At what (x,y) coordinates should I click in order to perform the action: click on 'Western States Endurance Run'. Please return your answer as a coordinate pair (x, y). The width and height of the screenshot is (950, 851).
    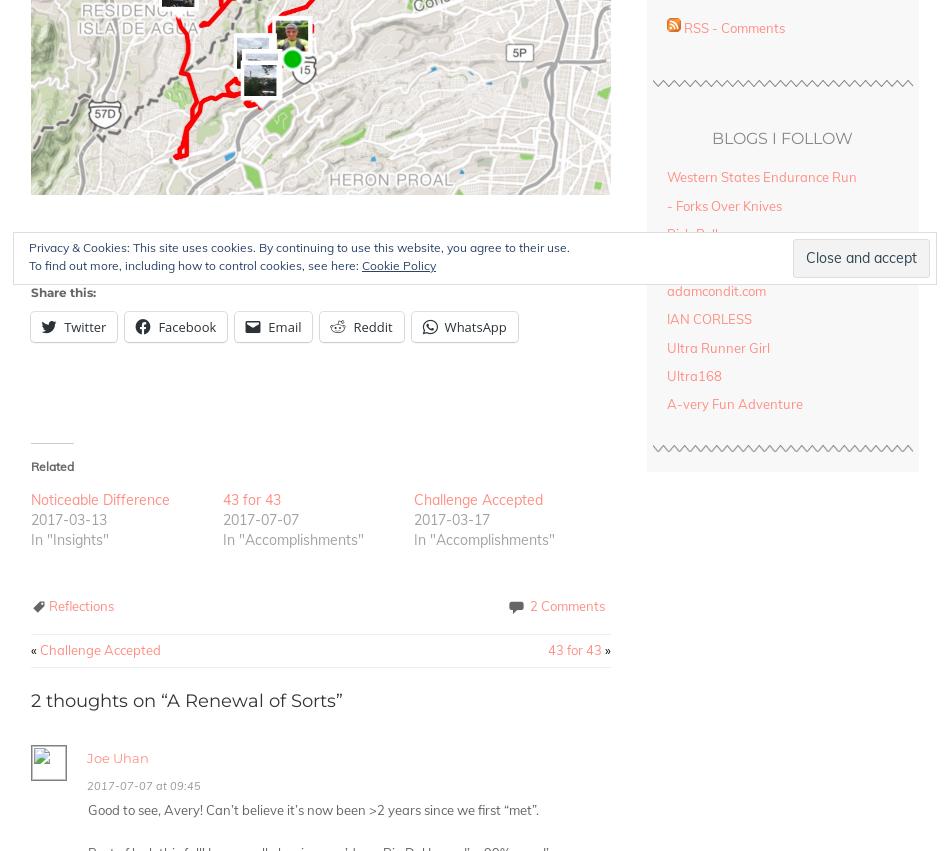
    Looking at the image, I should click on (666, 176).